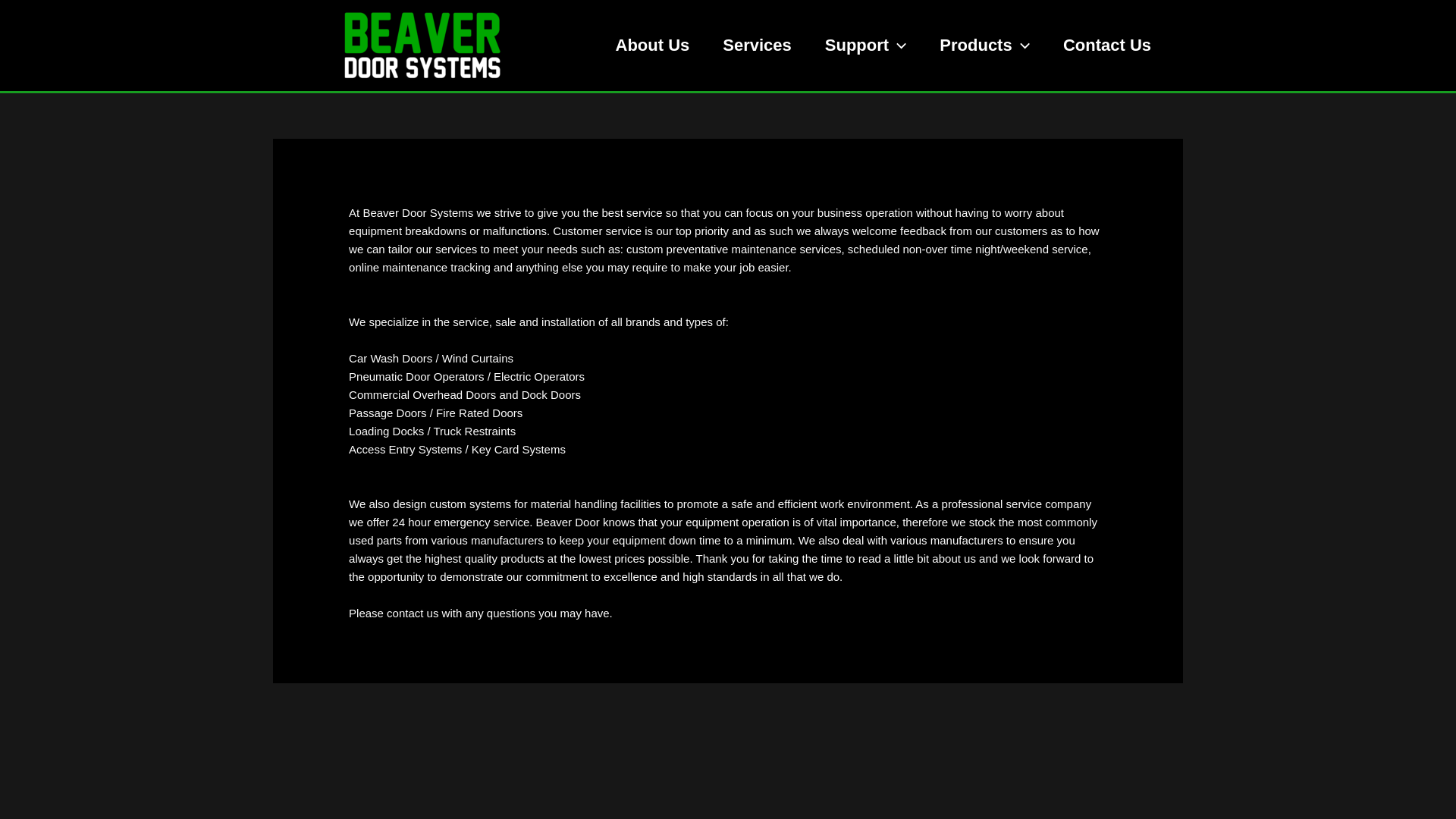 The width and height of the screenshot is (1456, 819). What do you see at coordinates (984, 45) in the screenshot?
I see `'Products'` at bounding box center [984, 45].